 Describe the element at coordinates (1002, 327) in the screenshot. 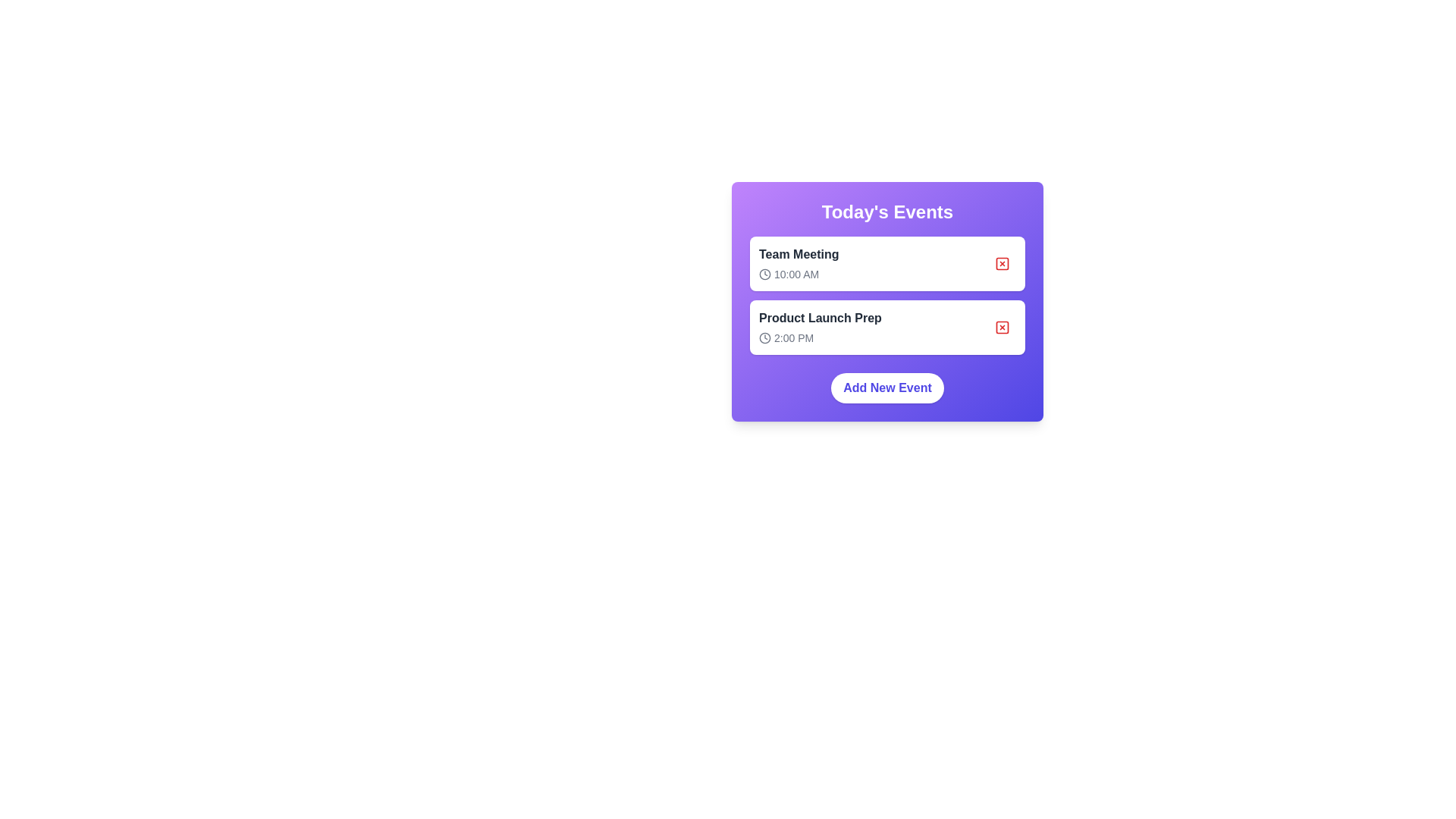

I see `the delete icon located to the right of 'Product Launch Prep' in the second row of the 'Today's Events' list` at that location.